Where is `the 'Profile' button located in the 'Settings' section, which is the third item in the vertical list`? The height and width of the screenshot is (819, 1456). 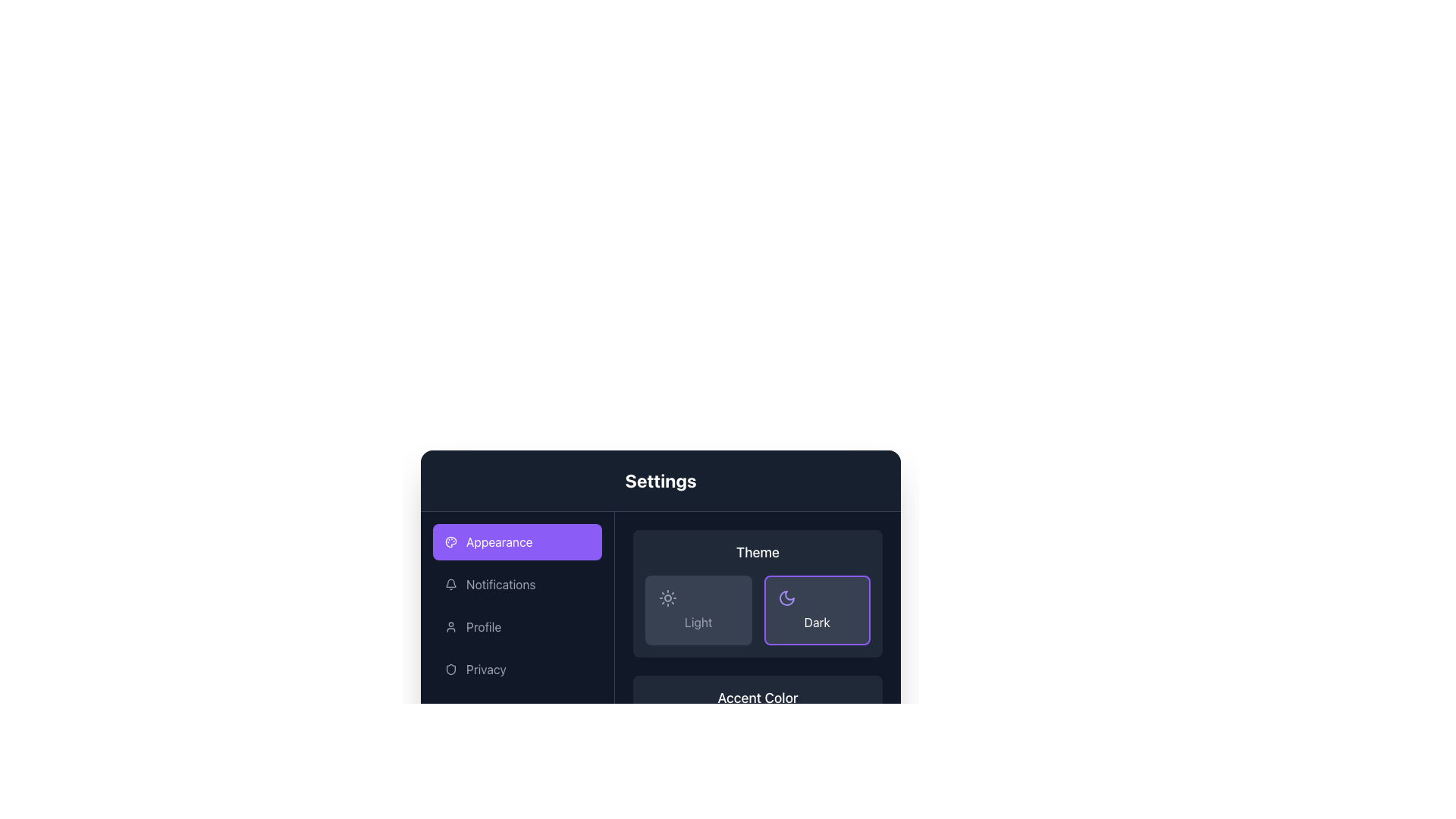 the 'Profile' button located in the 'Settings' section, which is the third item in the vertical list is located at coordinates (517, 626).